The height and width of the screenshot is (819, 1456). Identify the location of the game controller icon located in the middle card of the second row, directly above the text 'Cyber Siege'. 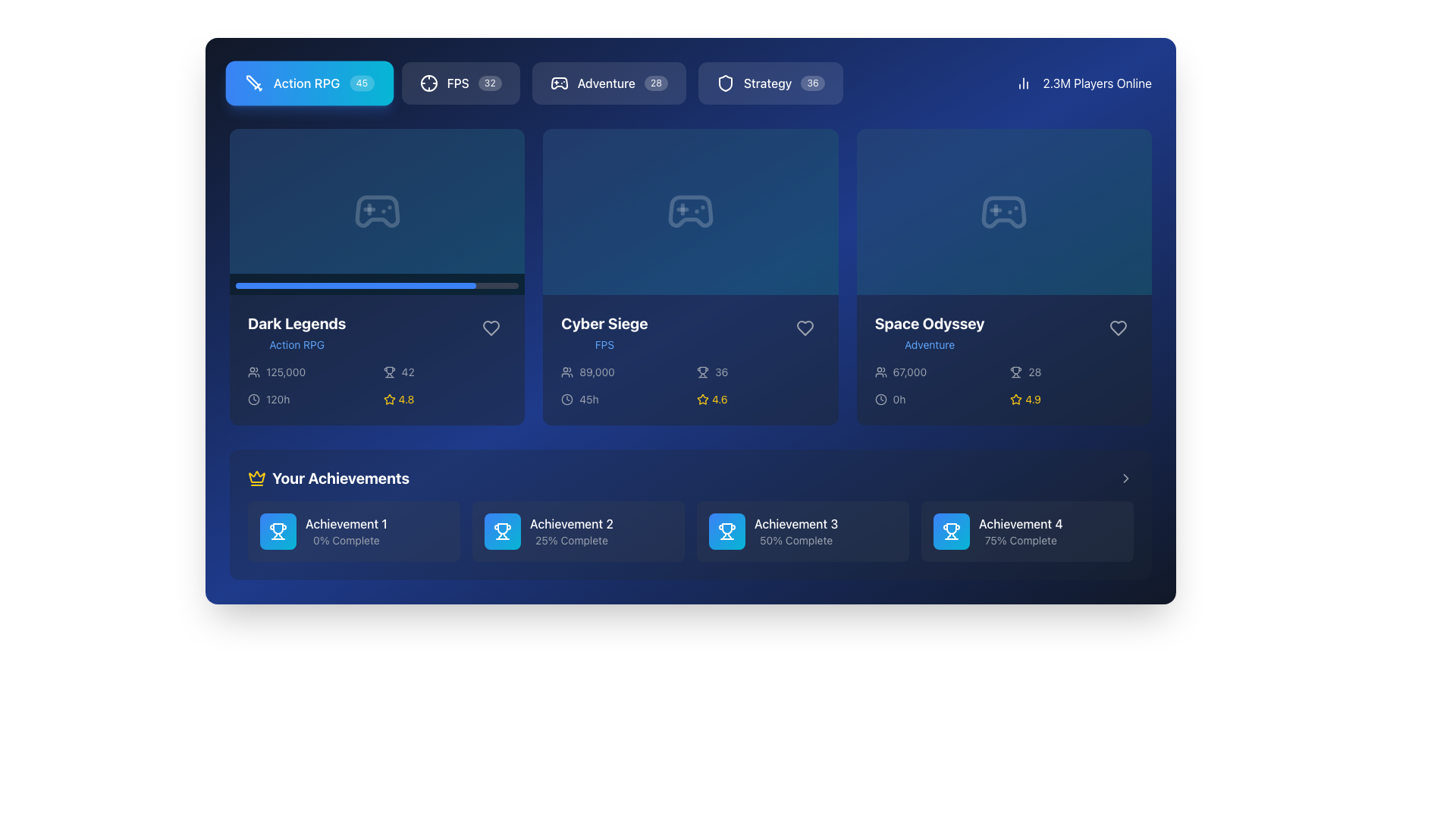
(690, 212).